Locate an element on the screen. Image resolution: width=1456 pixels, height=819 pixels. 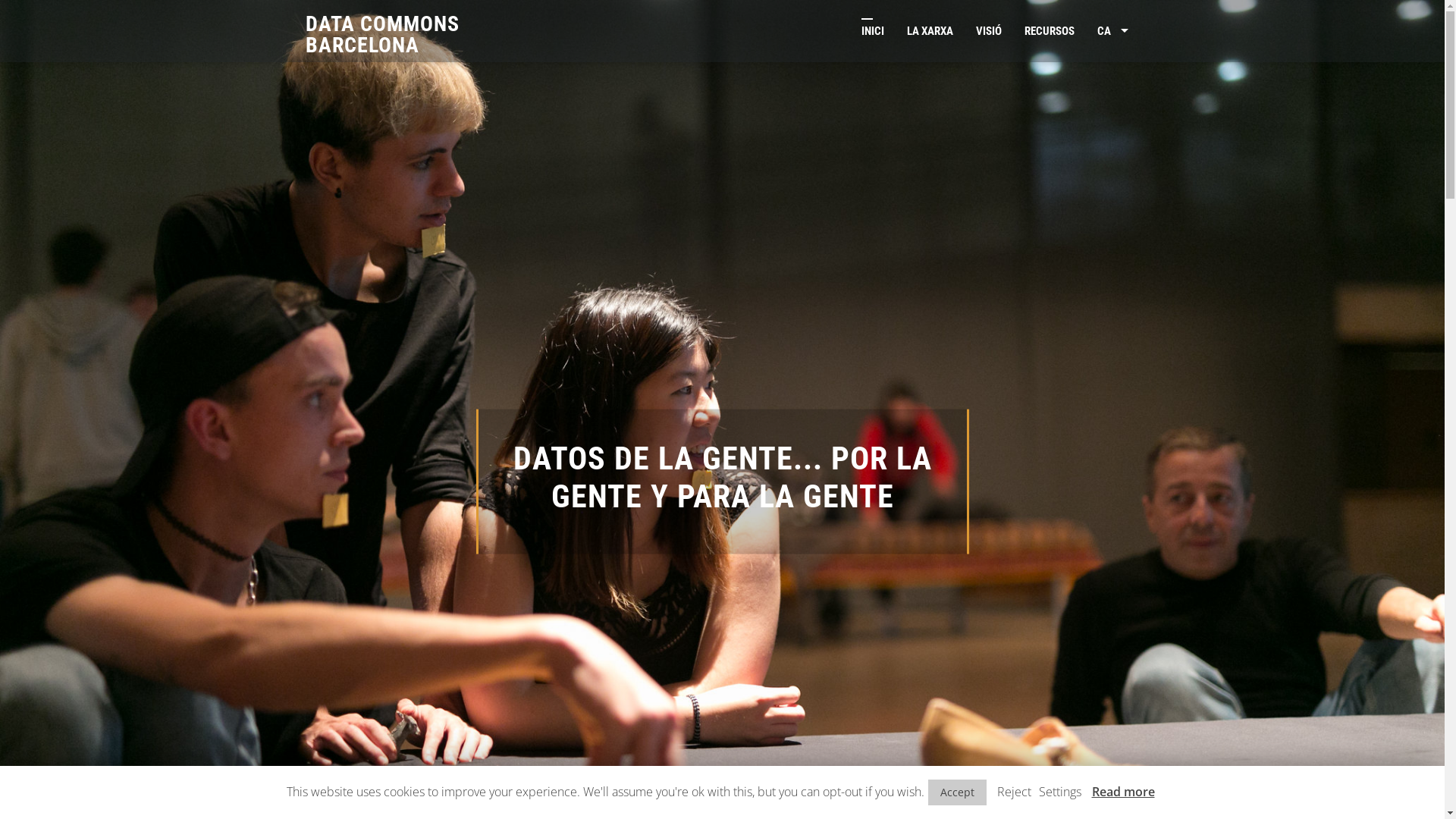
'RECURSOS' is located at coordinates (1048, 31).